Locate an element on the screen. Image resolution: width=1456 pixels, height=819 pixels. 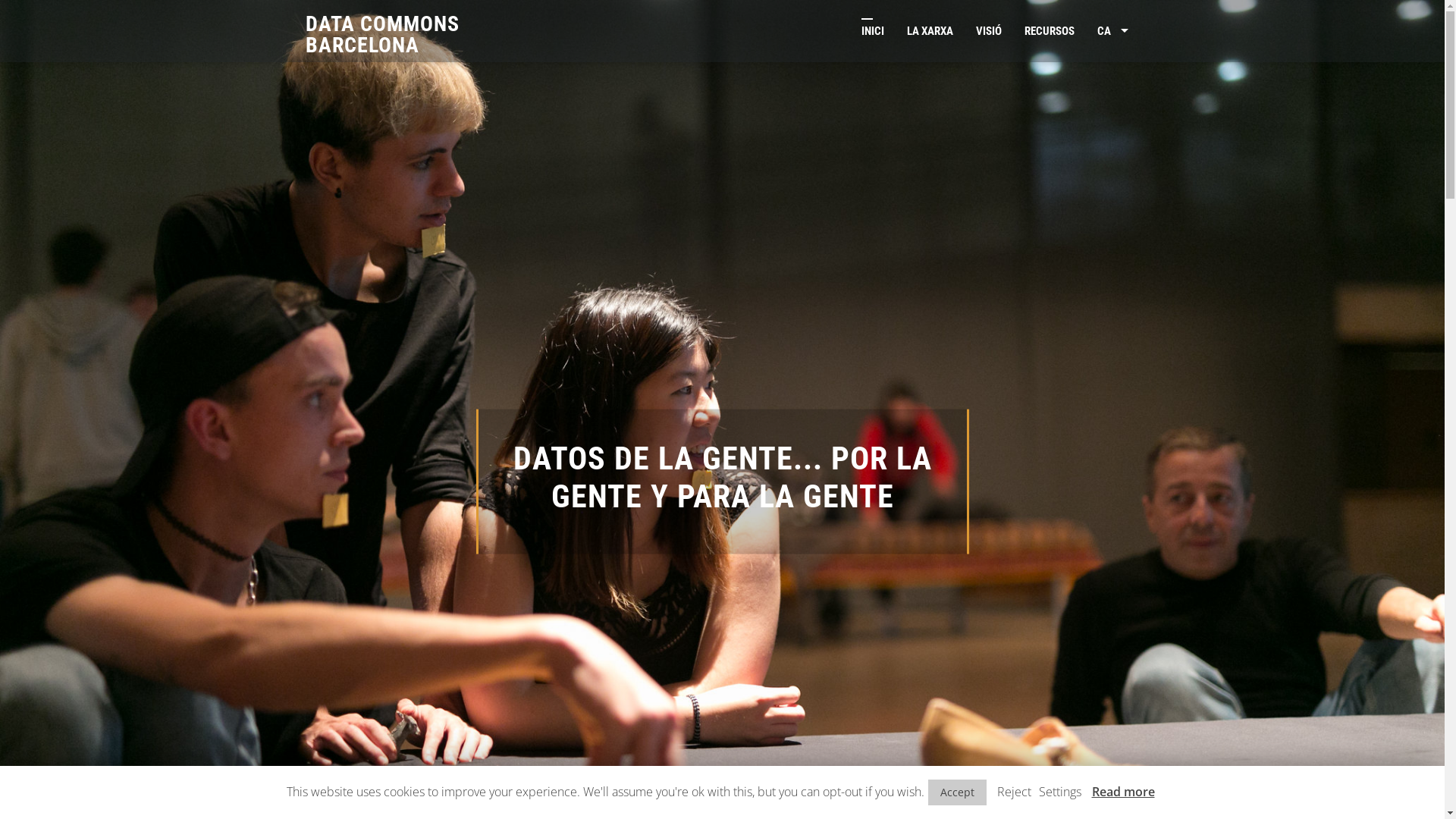
'RECURSOS' is located at coordinates (1048, 31).